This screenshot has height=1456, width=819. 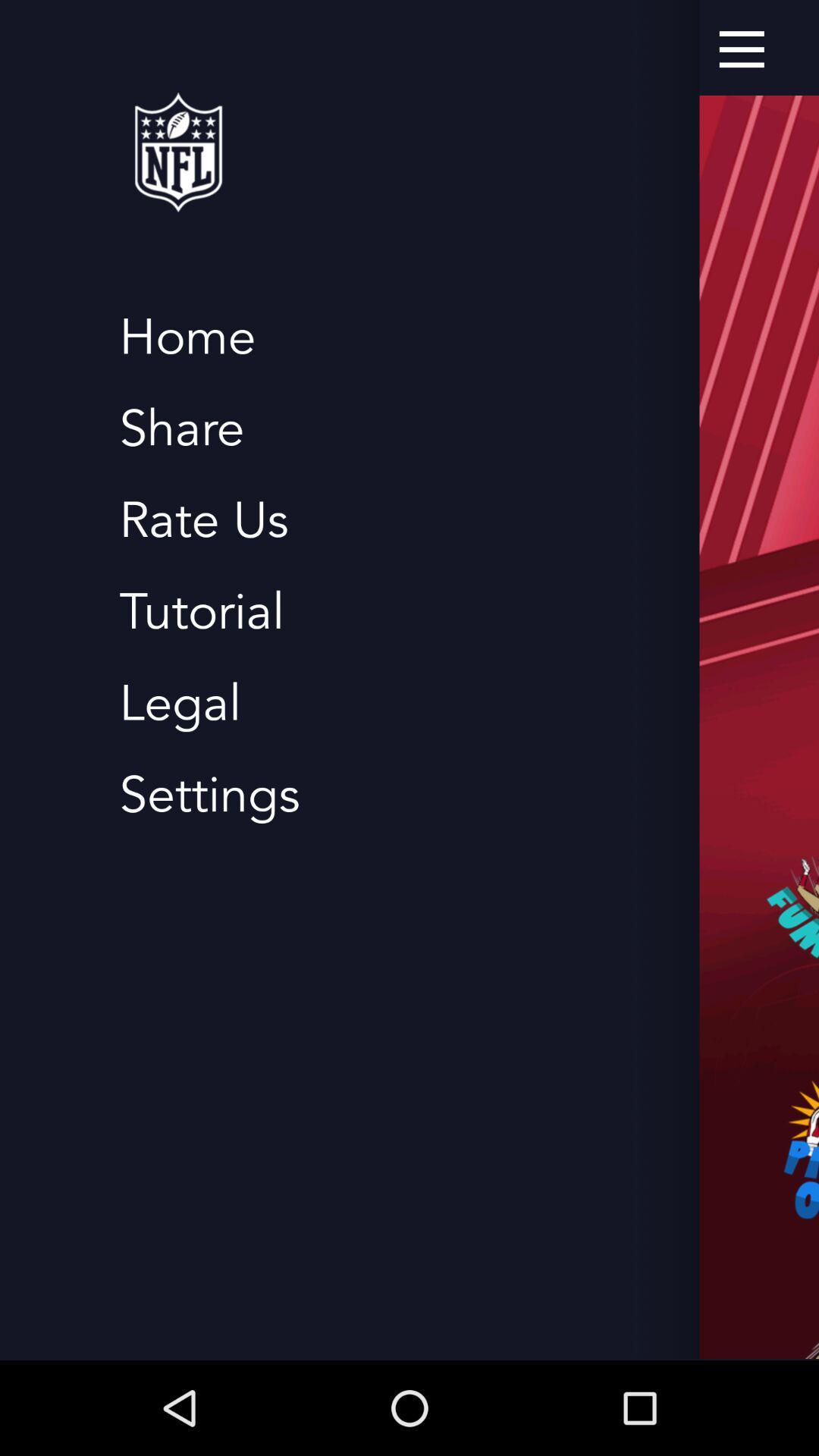 What do you see at coordinates (201, 612) in the screenshot?
I see `the item above the legal app` at bounding box center [201, 612].